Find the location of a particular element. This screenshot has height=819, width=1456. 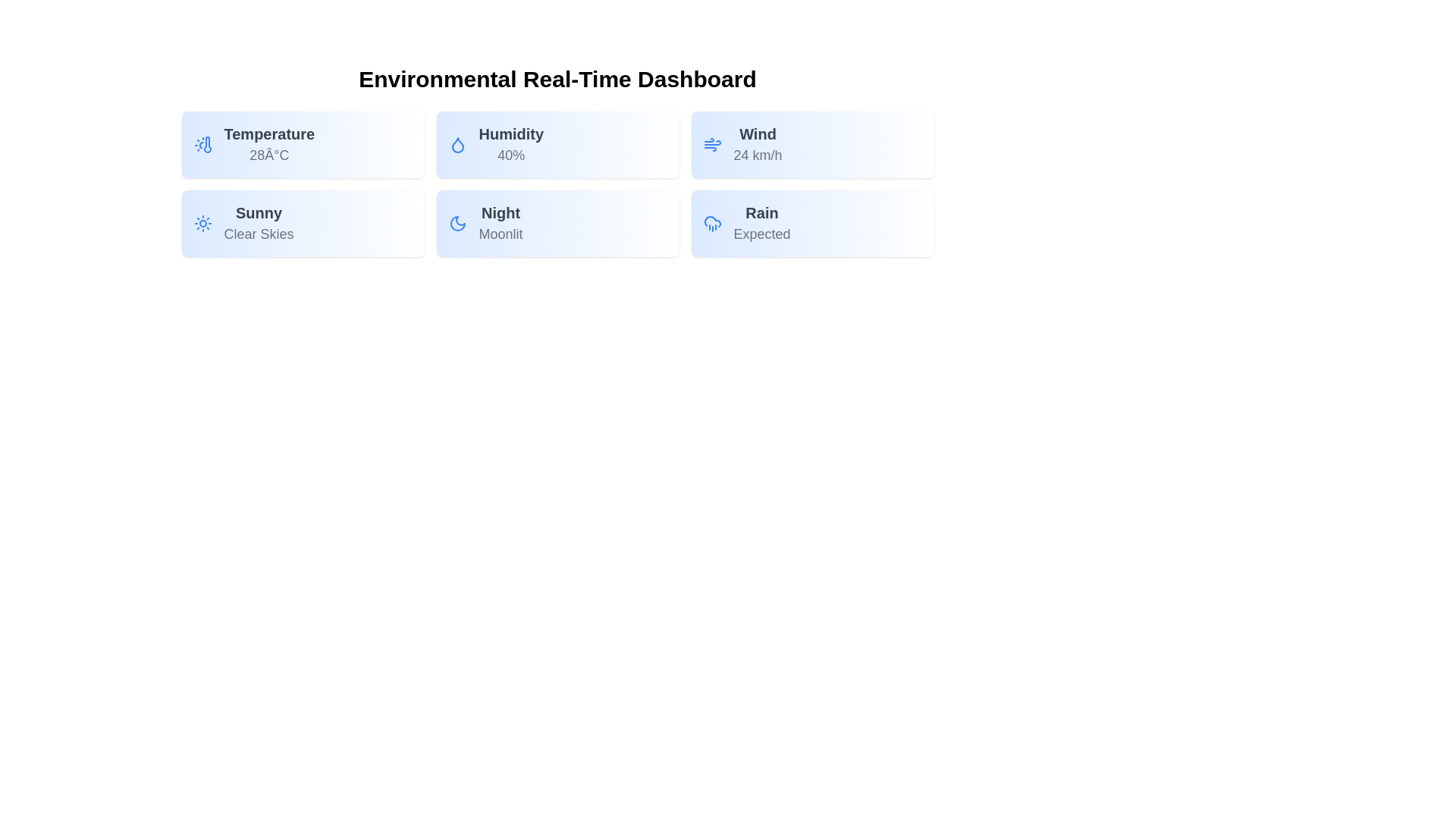

temperature value displayed in the Informational widget located in the upper-left quadrant of the interface, which is the first of six similar components arranged in a grid is located at coordinates (303, 145).